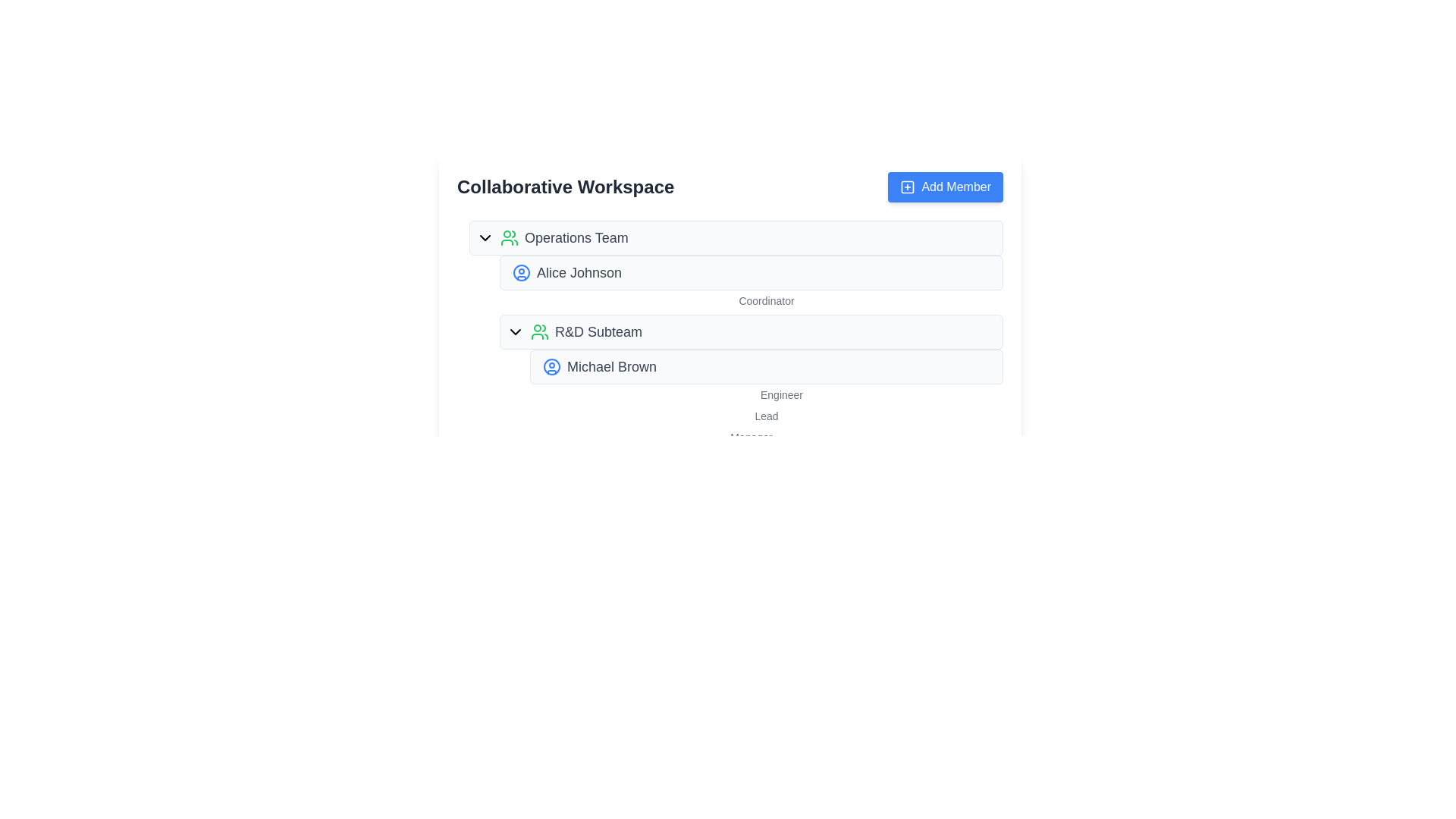 This screenshot has width=1456, height=819. What do you see at coordinates (566, 271) in the screenshot?
I see `the 'Alice Johnson' label to interact with the member's details` at bounding box center [566, 271].